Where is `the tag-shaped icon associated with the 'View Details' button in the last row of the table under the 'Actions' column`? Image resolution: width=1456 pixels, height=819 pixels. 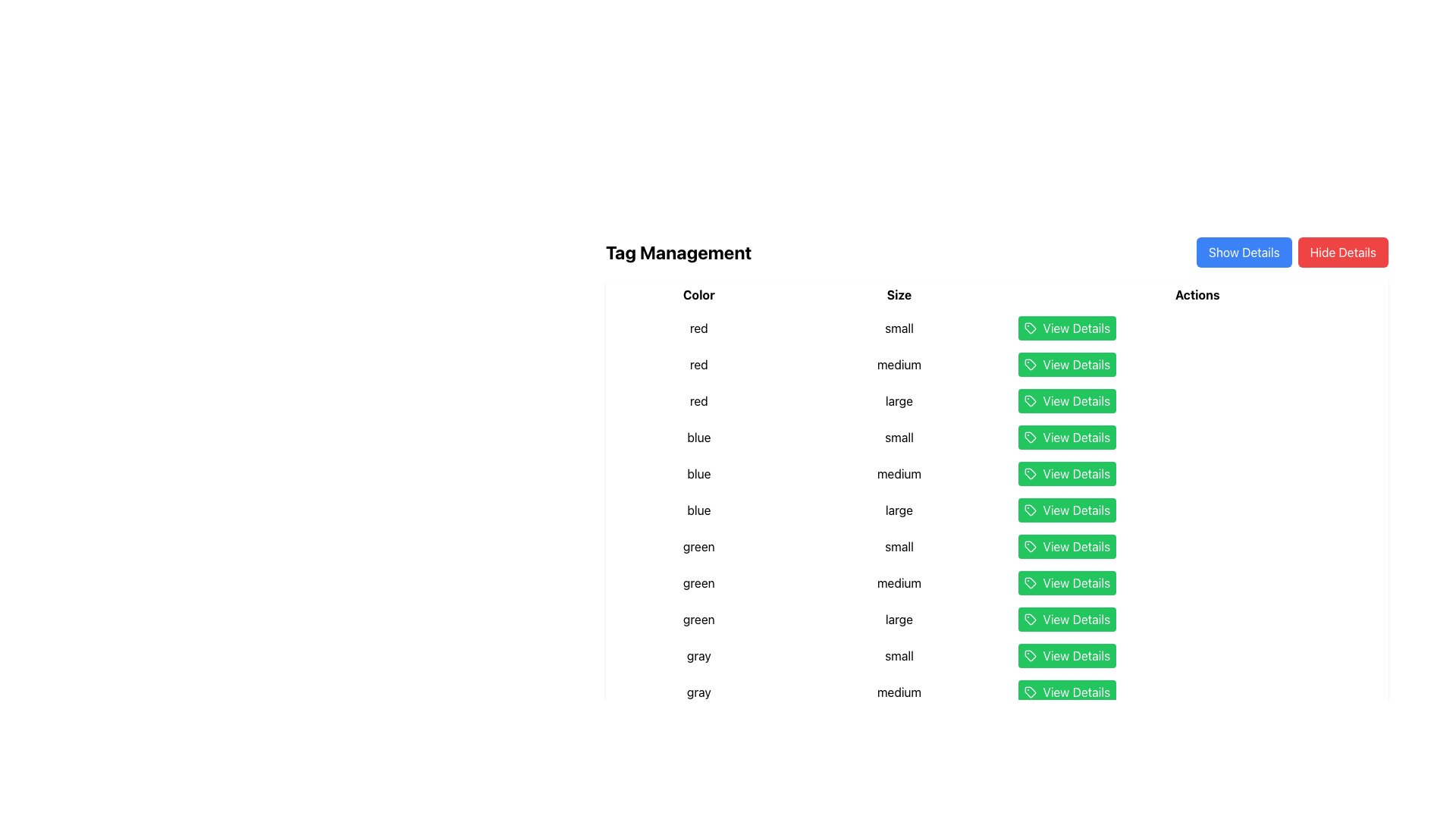
the tag-shaped icon associated with the 'View Details' button in the last row of the table under the 'Actions' column is located at coordinates (1031, 620).